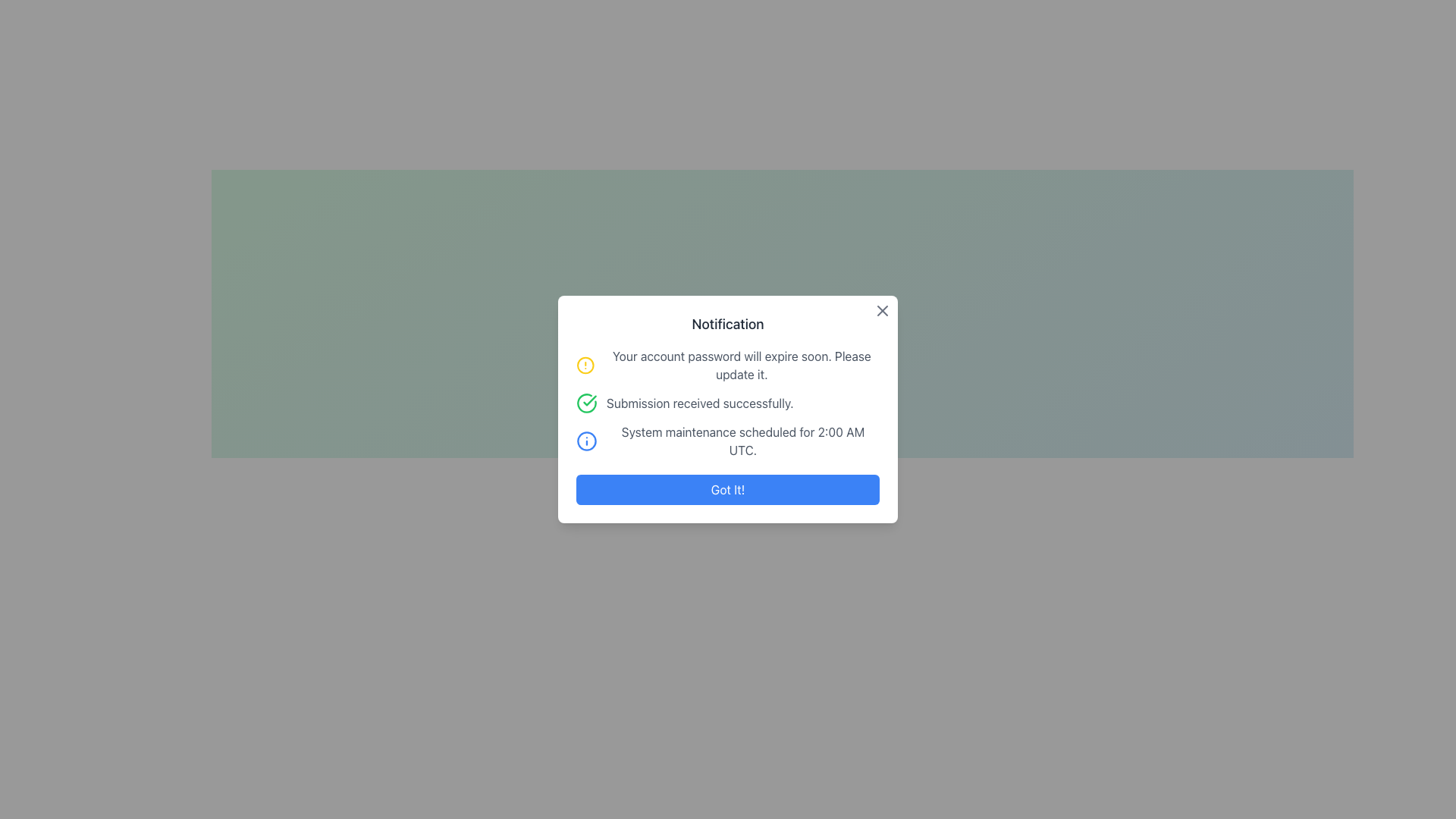 This screenshot has width=1456, height=819. Describe the element at coordinates (728, 441) in the screenshot. I see `the notification message block displaying 'System maintenance scheduled for 2:00 AM UTC.' which is the third notification in the dialog` at that location.